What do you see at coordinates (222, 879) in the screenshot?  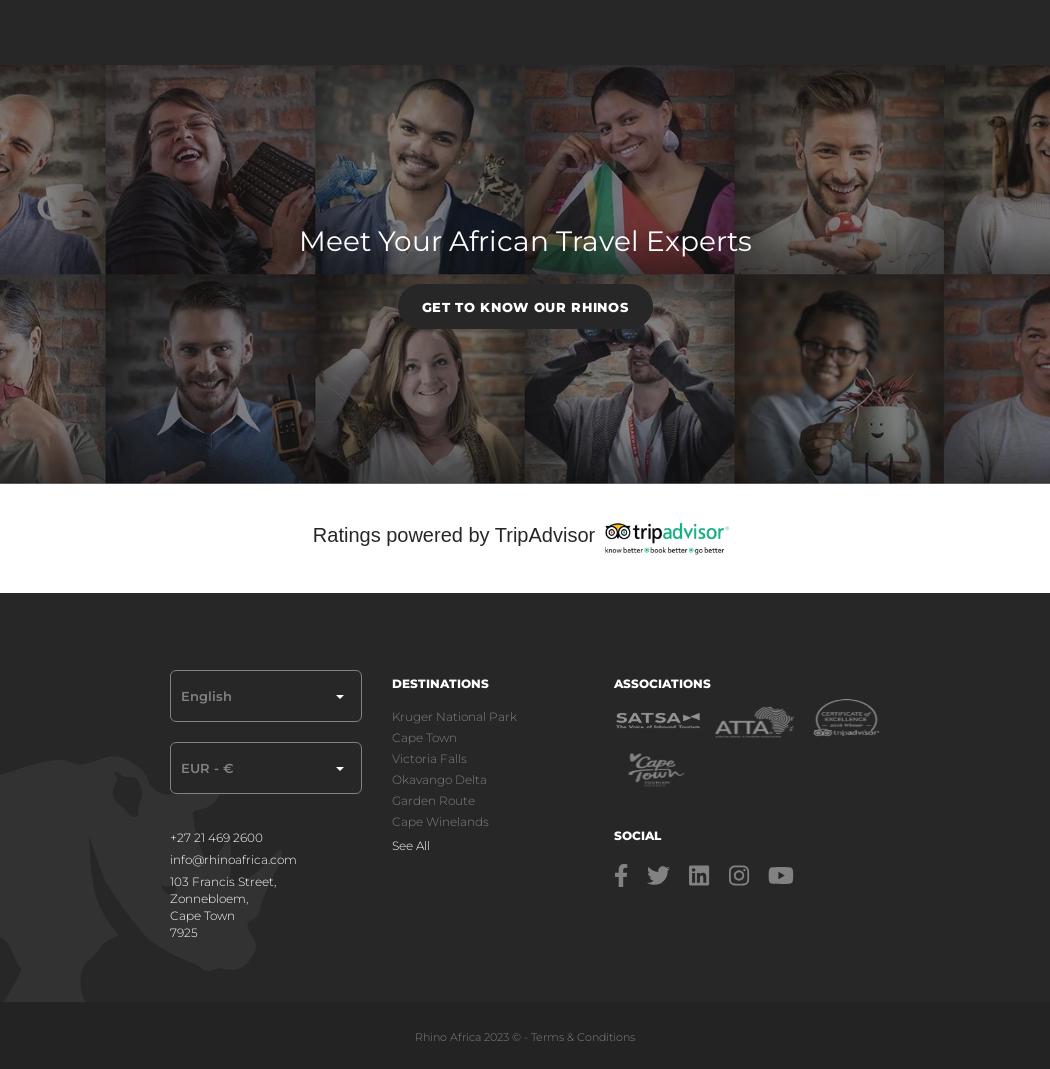 I see `'103 Francis Street,'` at bounding box center [222, 879].